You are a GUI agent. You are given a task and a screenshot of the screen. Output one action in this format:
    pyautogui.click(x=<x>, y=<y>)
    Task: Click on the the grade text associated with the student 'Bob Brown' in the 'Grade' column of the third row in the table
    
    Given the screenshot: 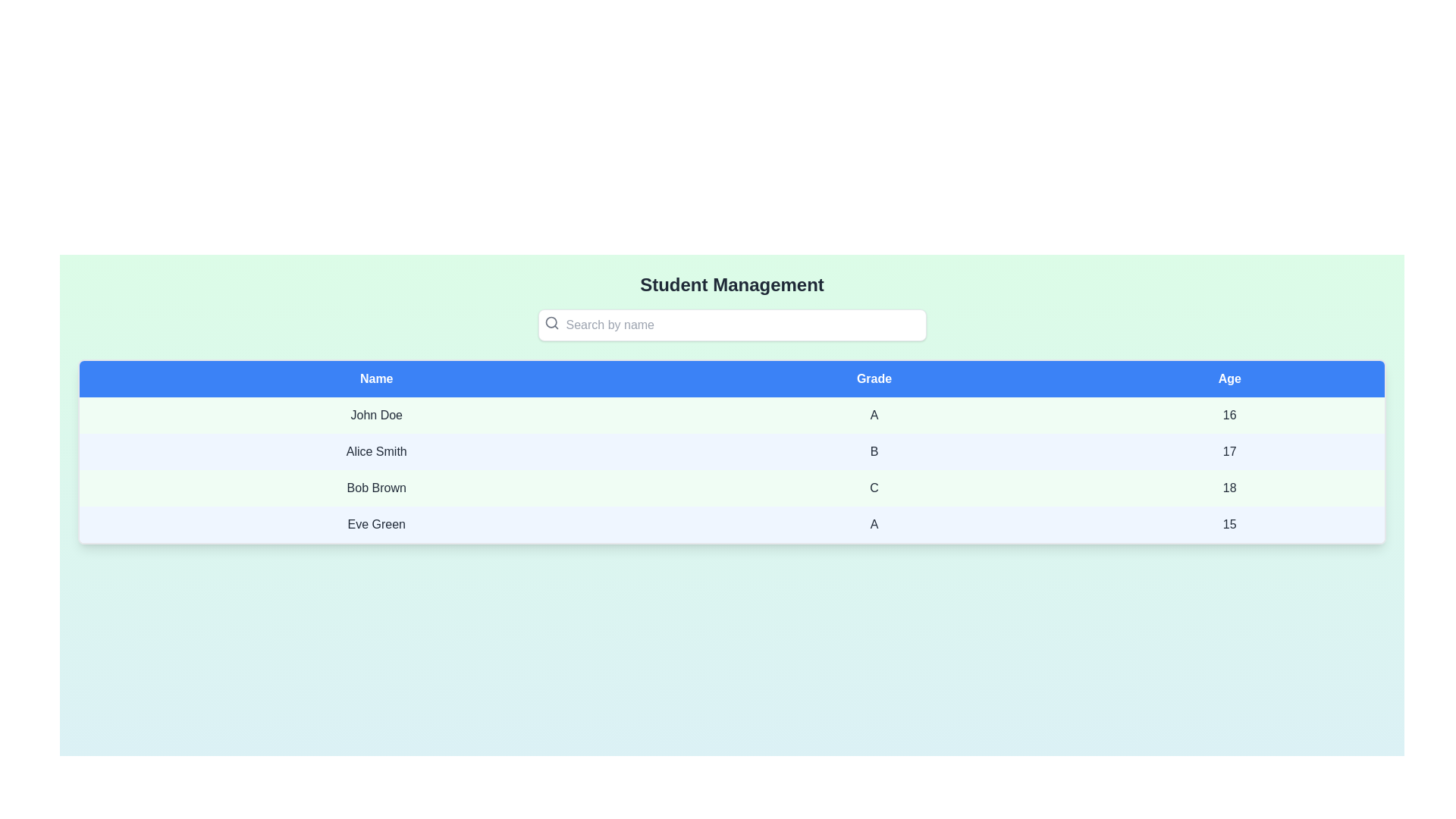 What is the action you would take?
    pyautogui.click(x=874, y=488)
    